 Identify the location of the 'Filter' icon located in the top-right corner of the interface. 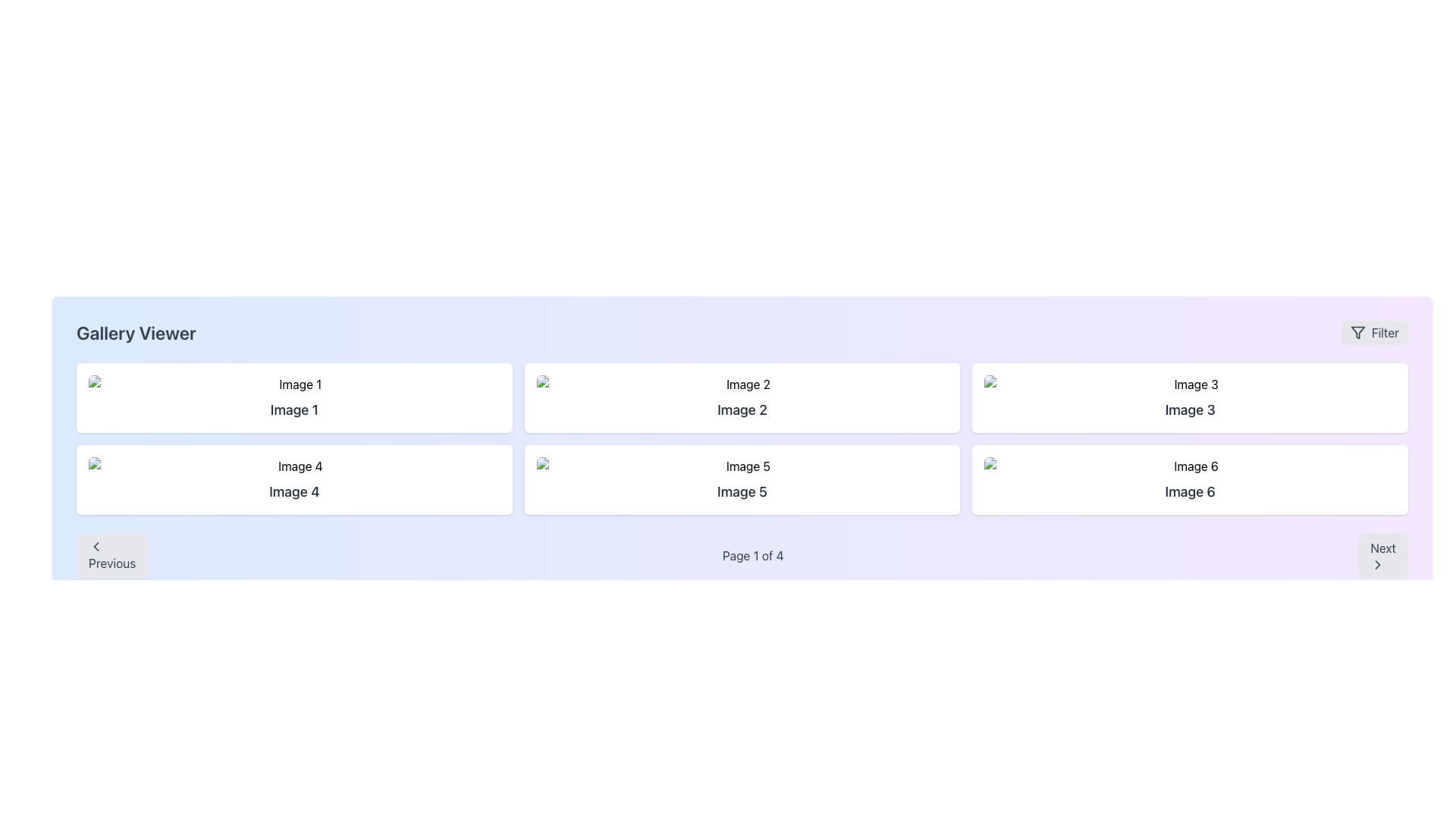
(1357, 332).